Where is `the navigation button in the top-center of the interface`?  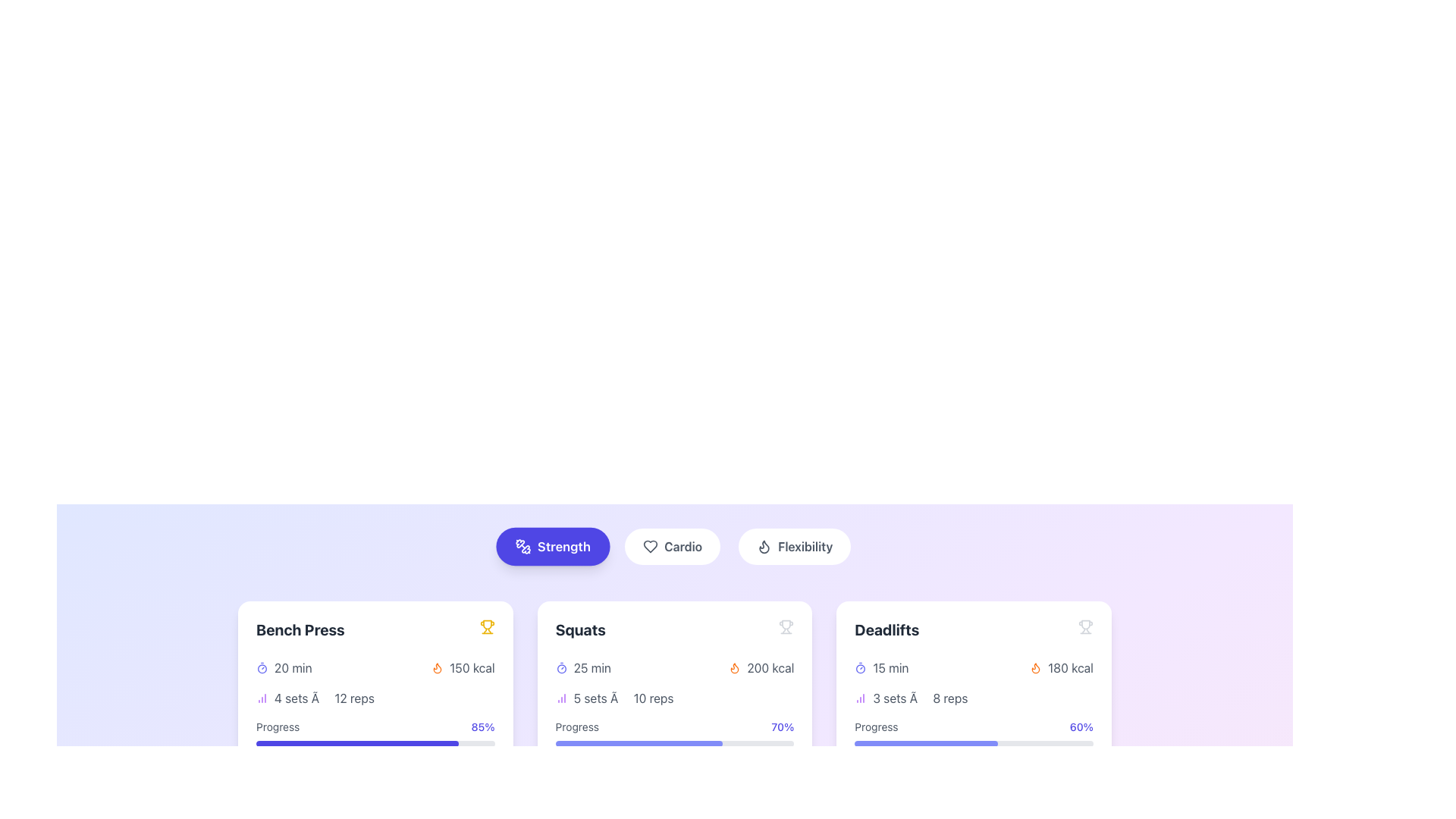
the navigation button in the top-center of the interface is located at coordinates (673, 547).